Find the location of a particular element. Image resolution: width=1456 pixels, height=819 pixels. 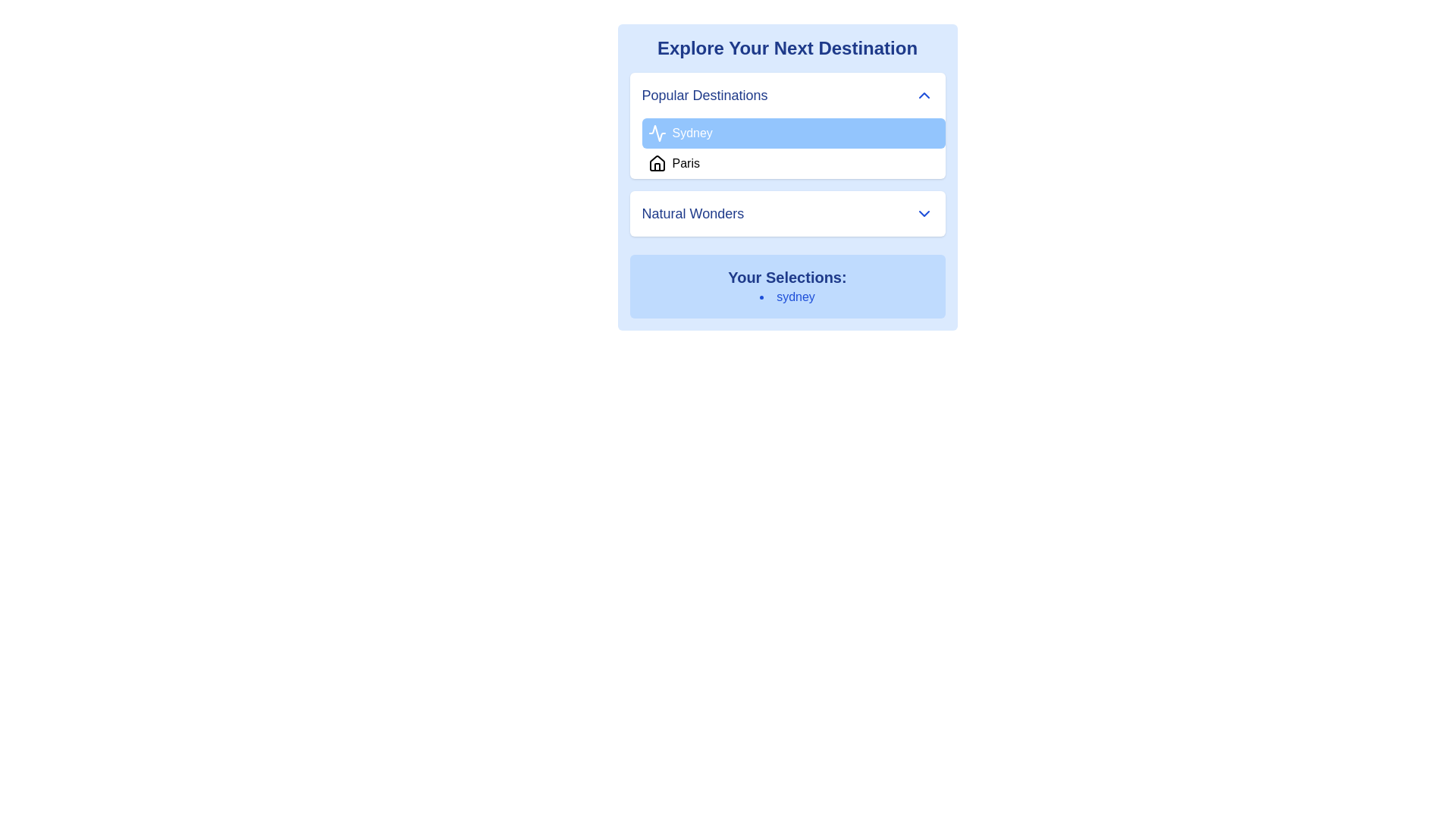

the SVG icon representing a stylized house located within the menu item labeled 'Paris' in the 'Popular Destinations' section is located at coordinates (657, 164).